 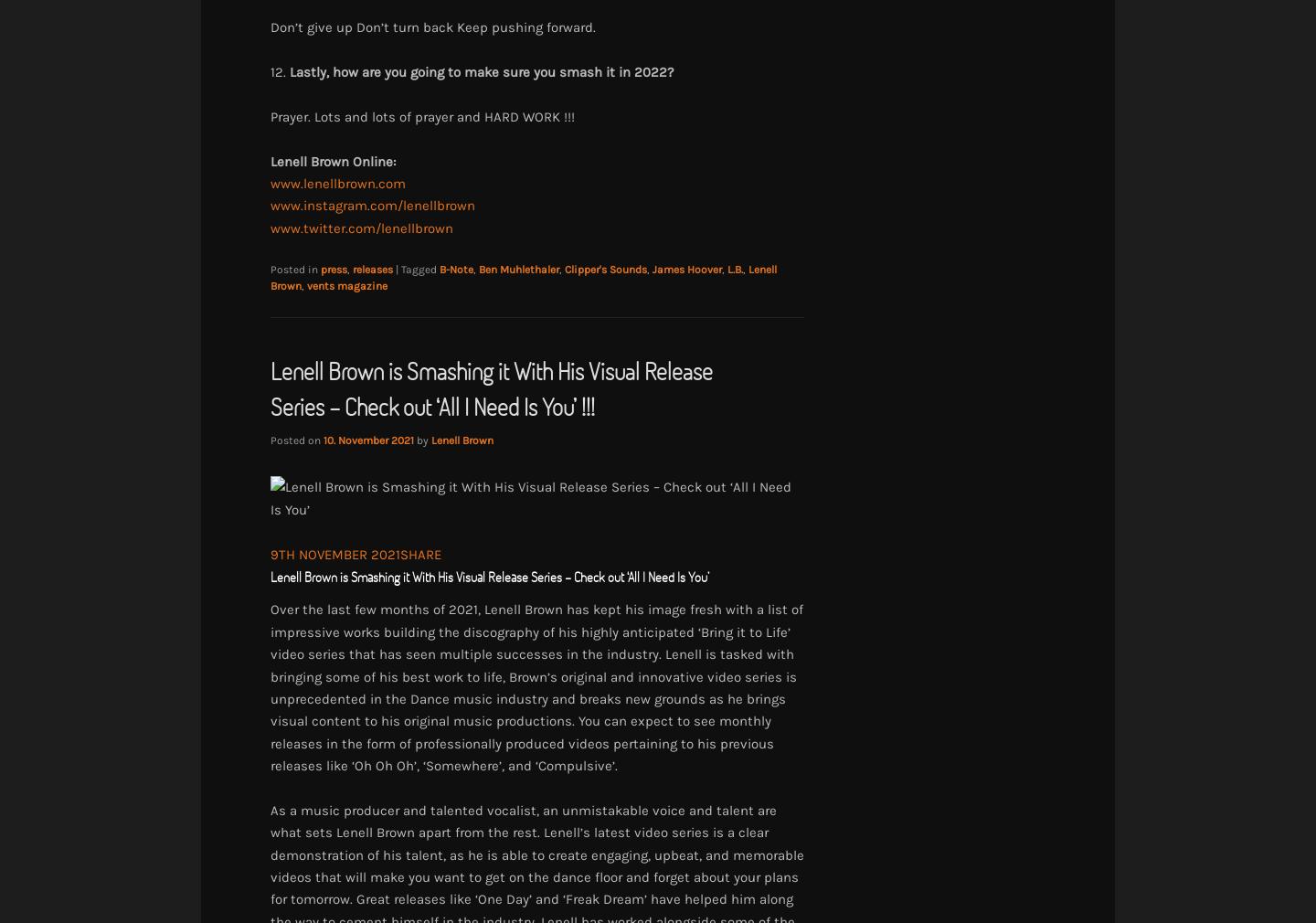 I want to click on 'L.B.', so click(x=727, y=270).